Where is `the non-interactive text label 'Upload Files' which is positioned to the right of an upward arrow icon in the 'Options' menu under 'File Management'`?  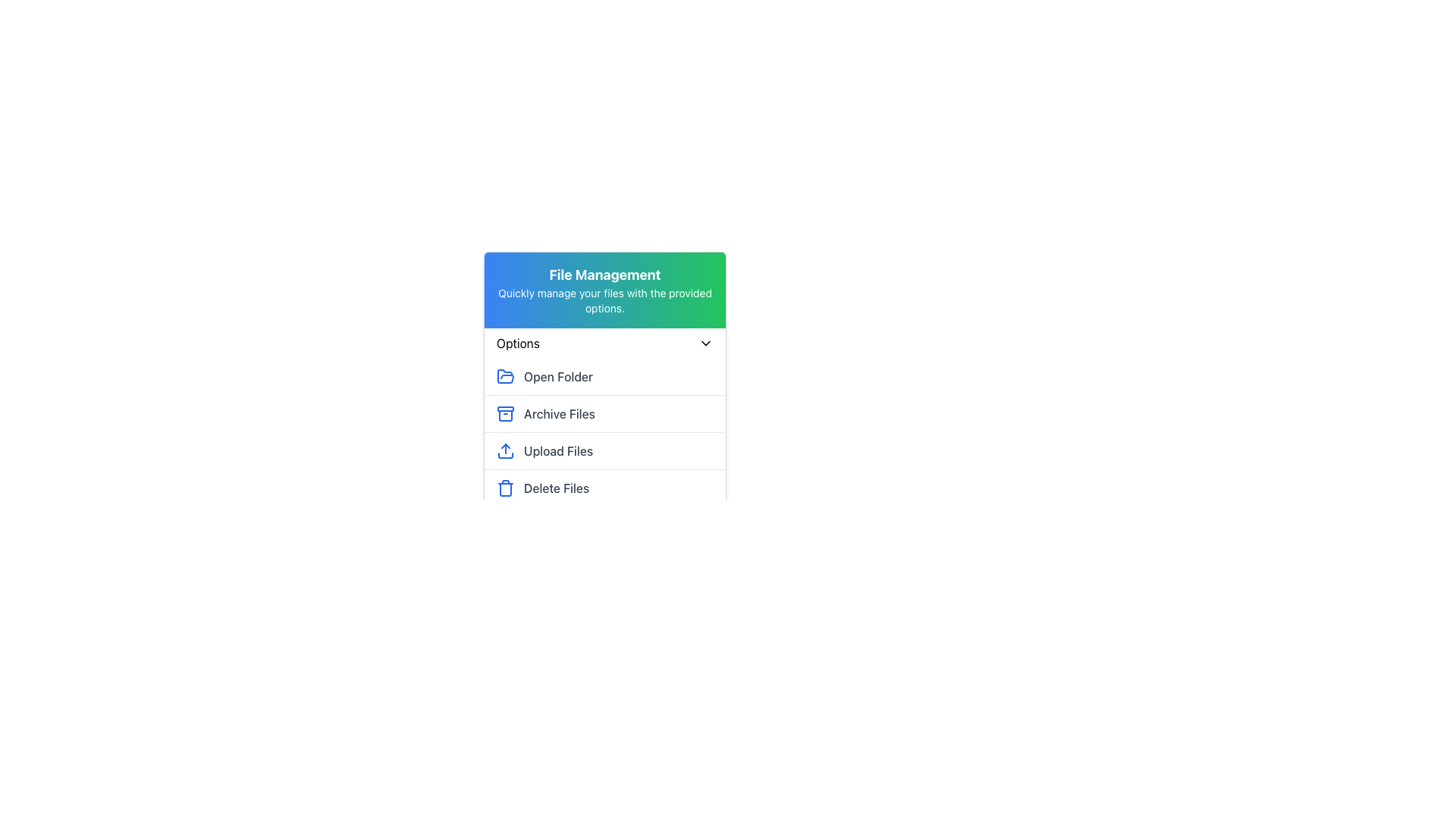
the non-interactive text label 'Upload Files' which is positioned to the right of an upward arrow icon in the 'Options' menu under 'File Management' is located at coordinates (557, 450).